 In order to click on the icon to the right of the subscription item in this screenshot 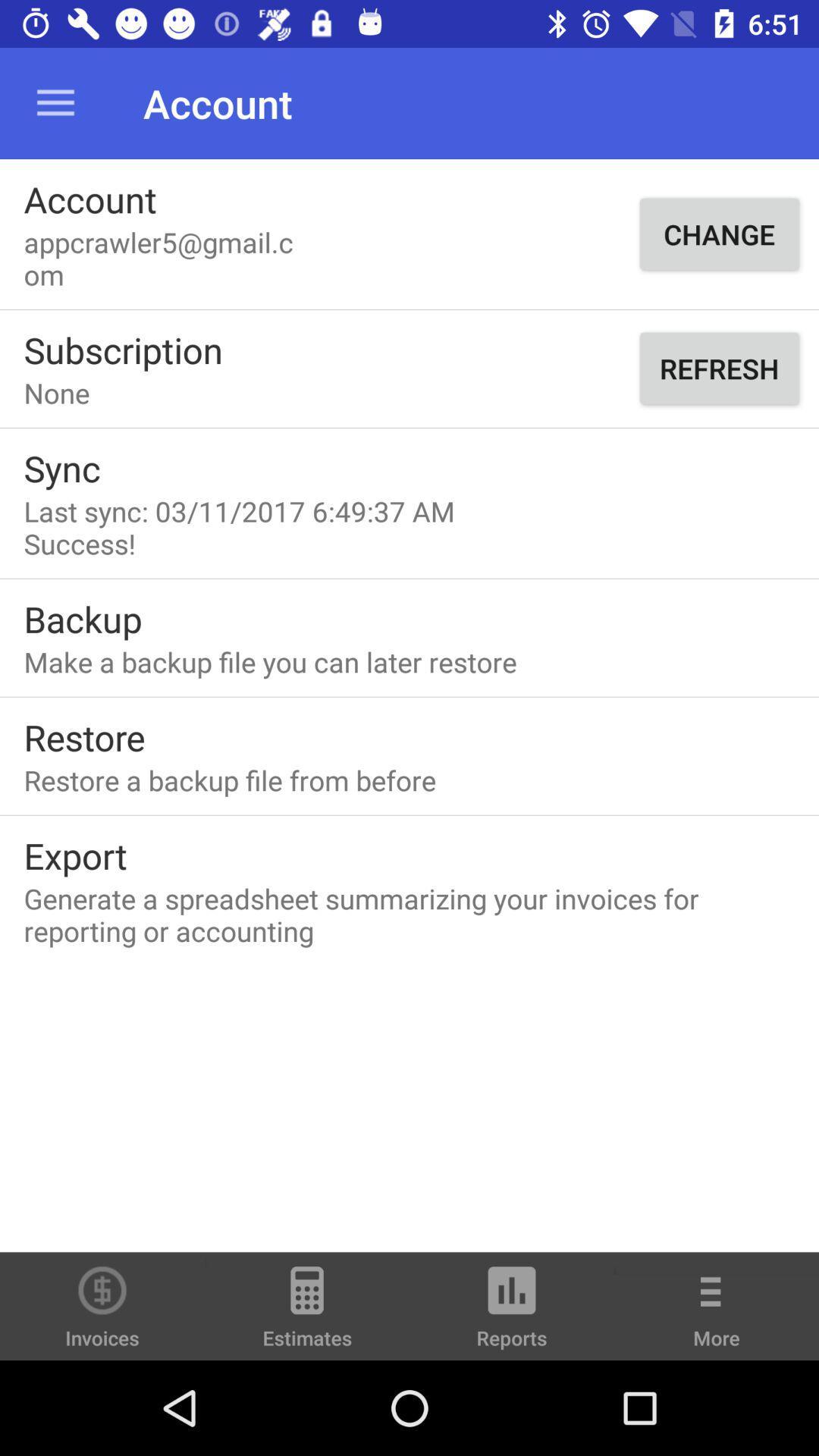, I will do `click(718, 368)`.